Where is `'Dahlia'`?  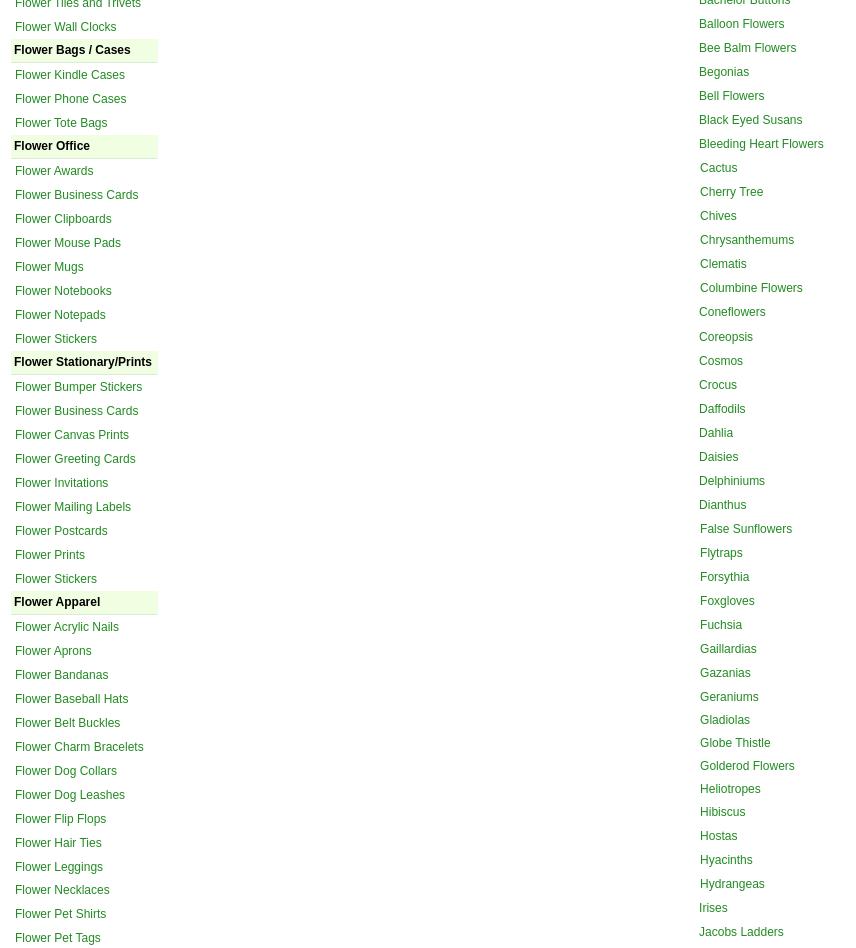 'Dahlia' is located at coordinates (698, 431).